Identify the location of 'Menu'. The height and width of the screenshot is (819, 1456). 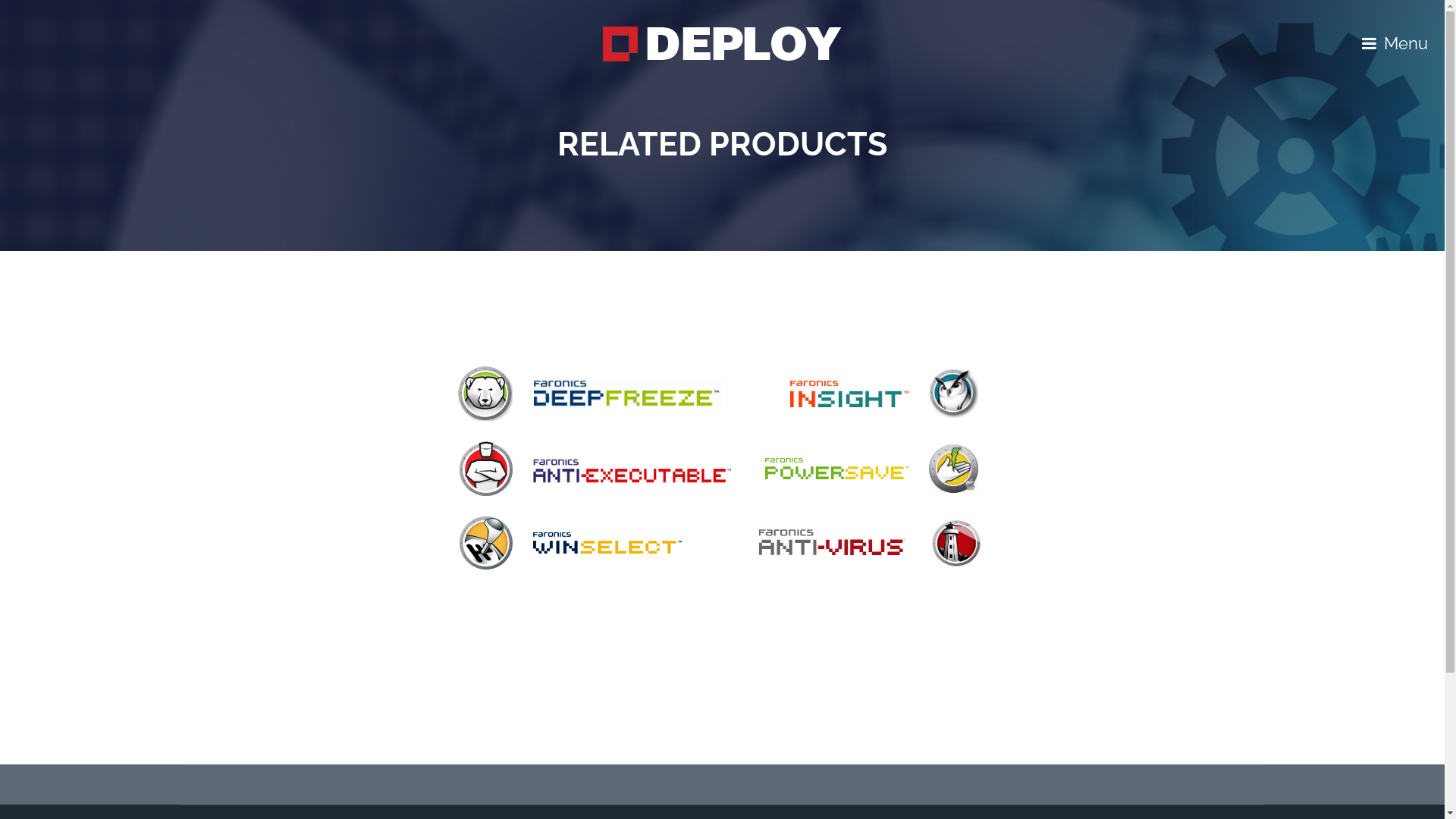
(1361, 42).